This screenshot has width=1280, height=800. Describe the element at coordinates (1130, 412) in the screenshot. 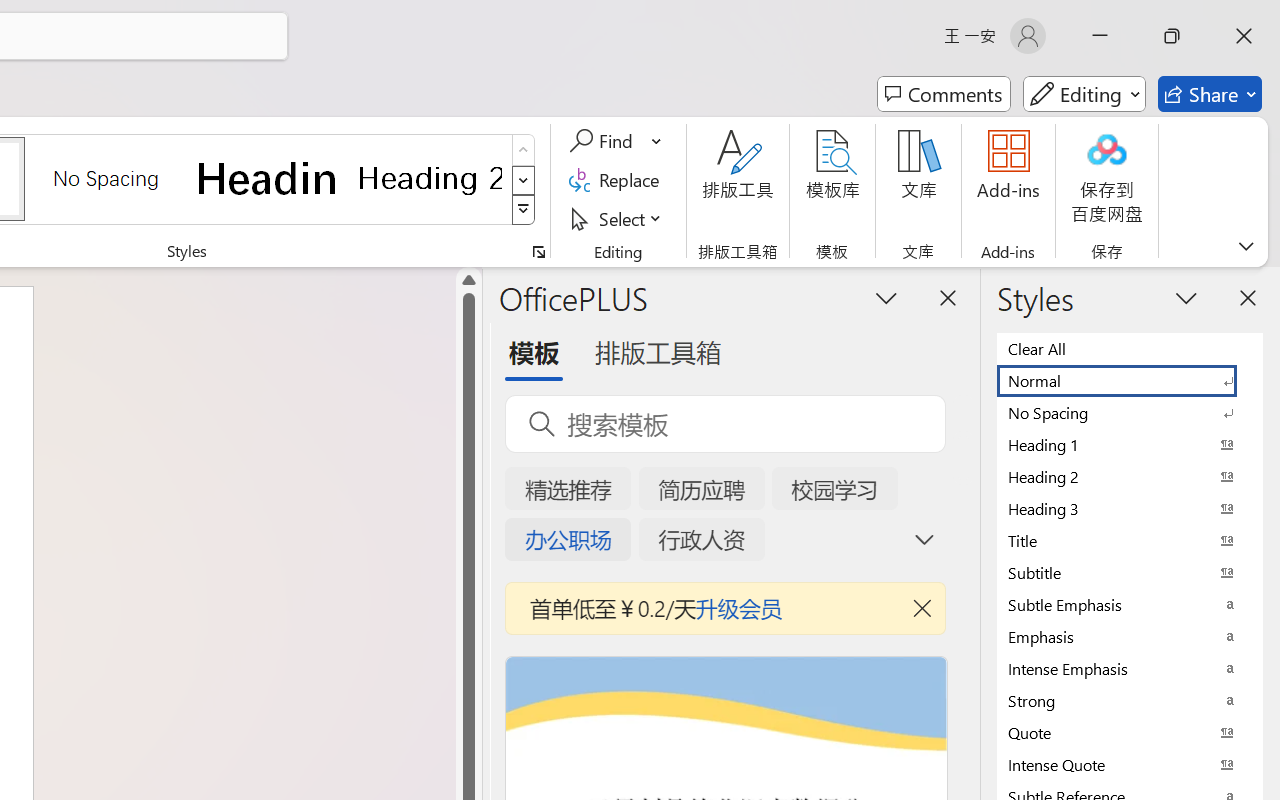

I see `'No Spacing'` at that location.